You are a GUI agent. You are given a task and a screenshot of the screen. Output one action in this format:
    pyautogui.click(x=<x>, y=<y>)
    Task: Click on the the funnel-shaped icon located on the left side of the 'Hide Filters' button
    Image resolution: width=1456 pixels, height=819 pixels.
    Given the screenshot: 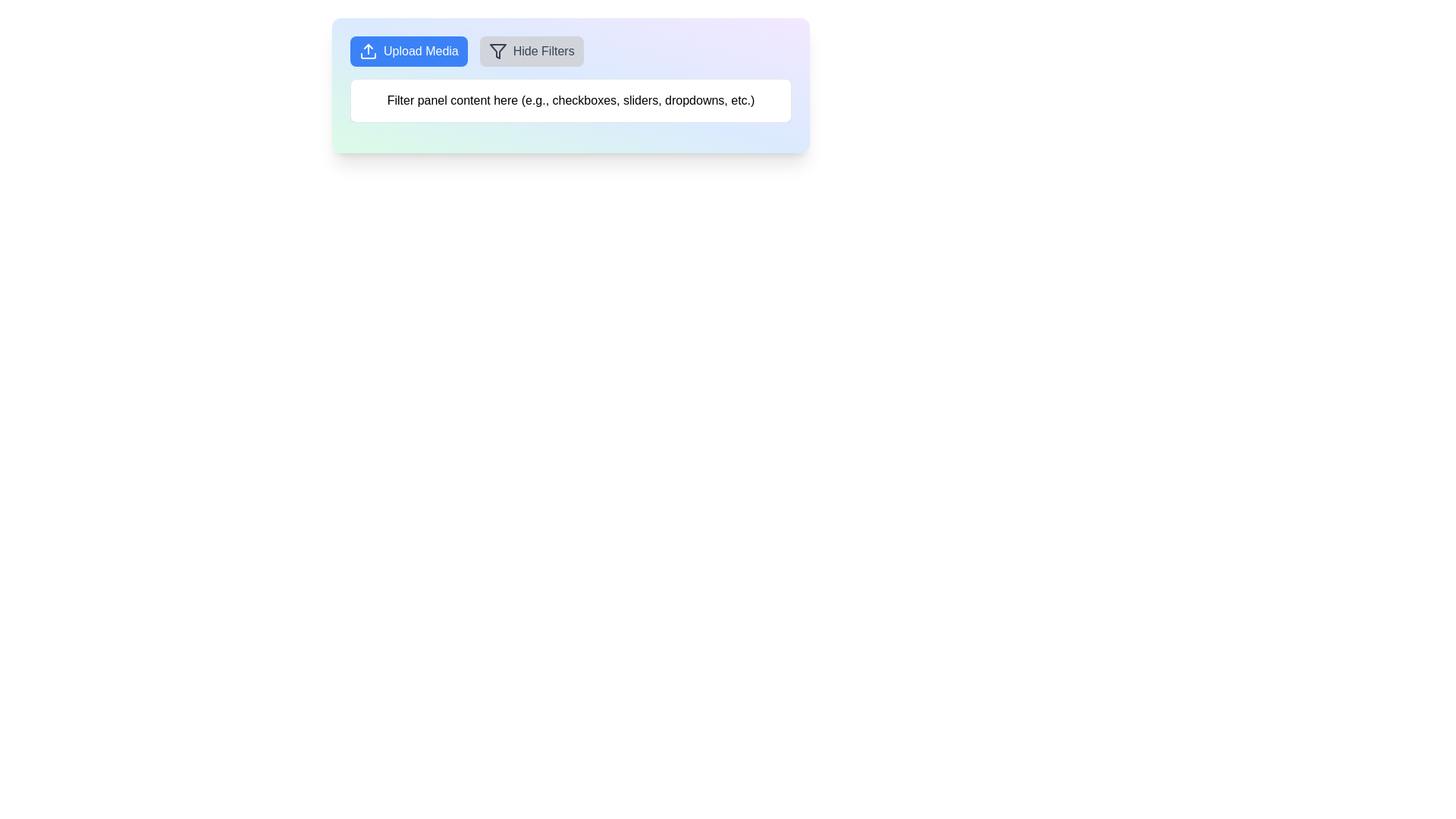 What is the action you would take?
    pyautogui.click(x=497, y=51)
    